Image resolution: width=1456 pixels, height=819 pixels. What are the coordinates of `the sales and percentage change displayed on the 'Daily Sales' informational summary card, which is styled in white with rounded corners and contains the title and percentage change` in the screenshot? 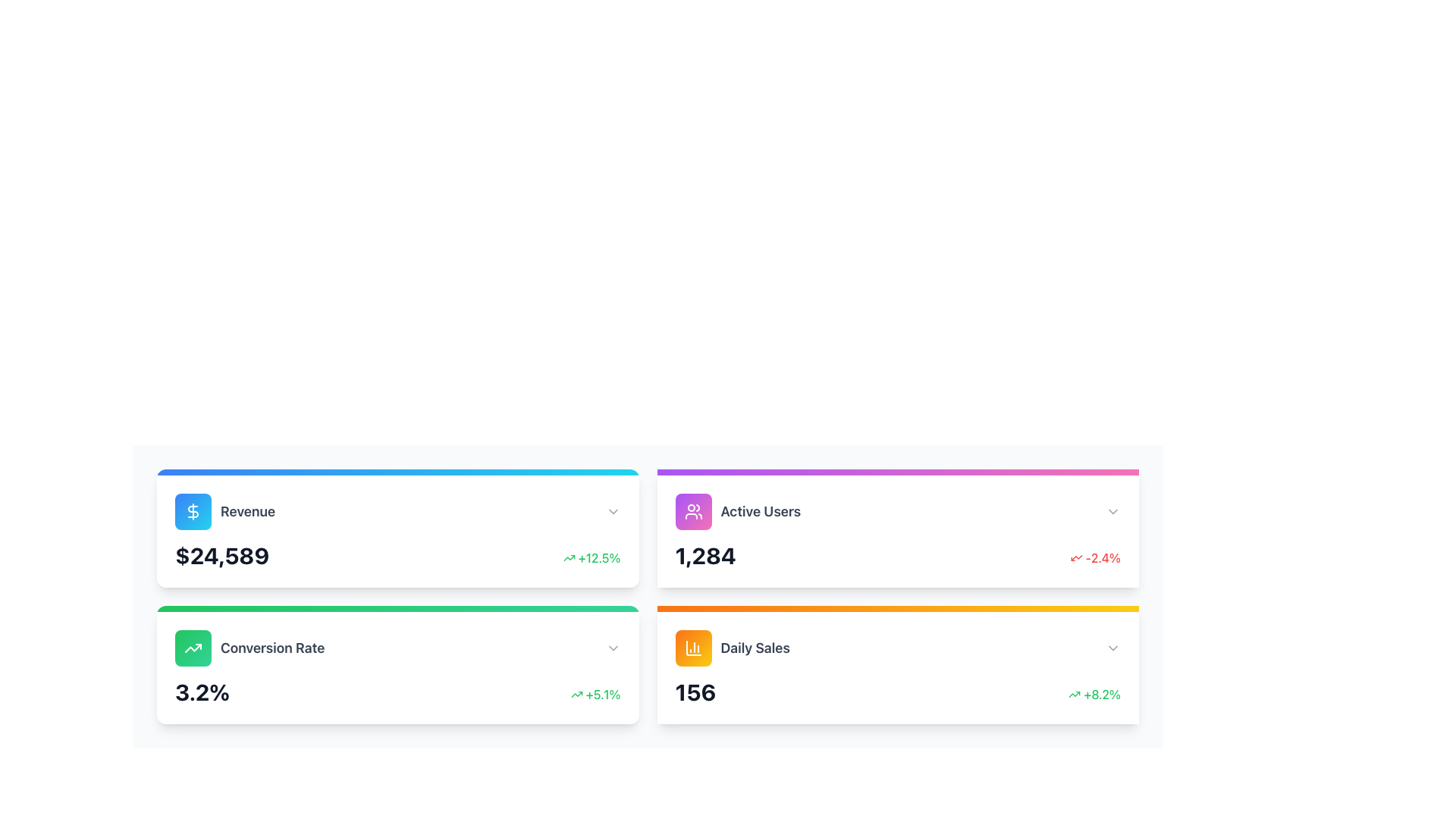 It's located at (898, 664).